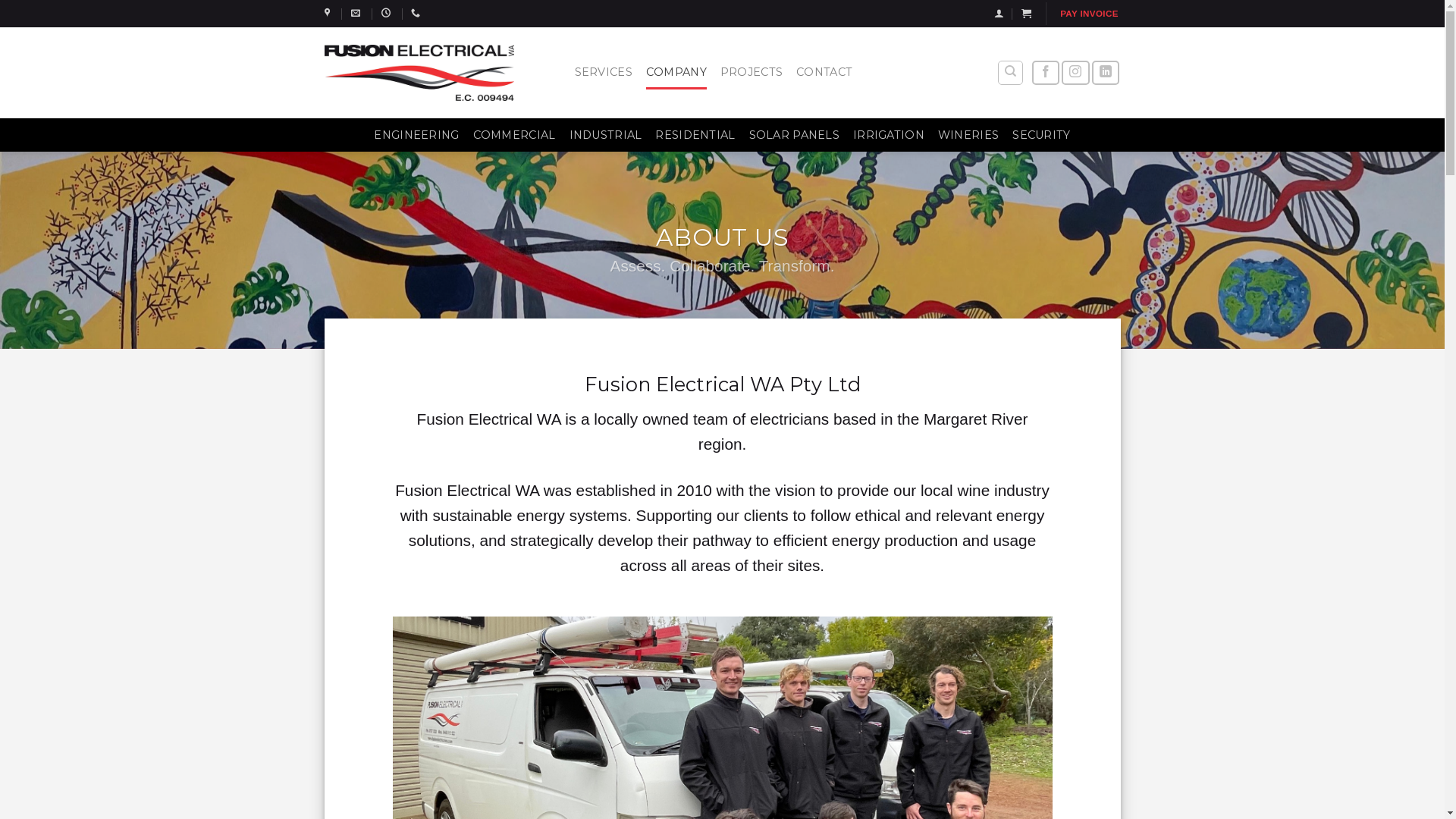  Describe the element at coordinates (356, 12) in the screenshot. I see `'works@fusionelectricalwa.com'` at that location.